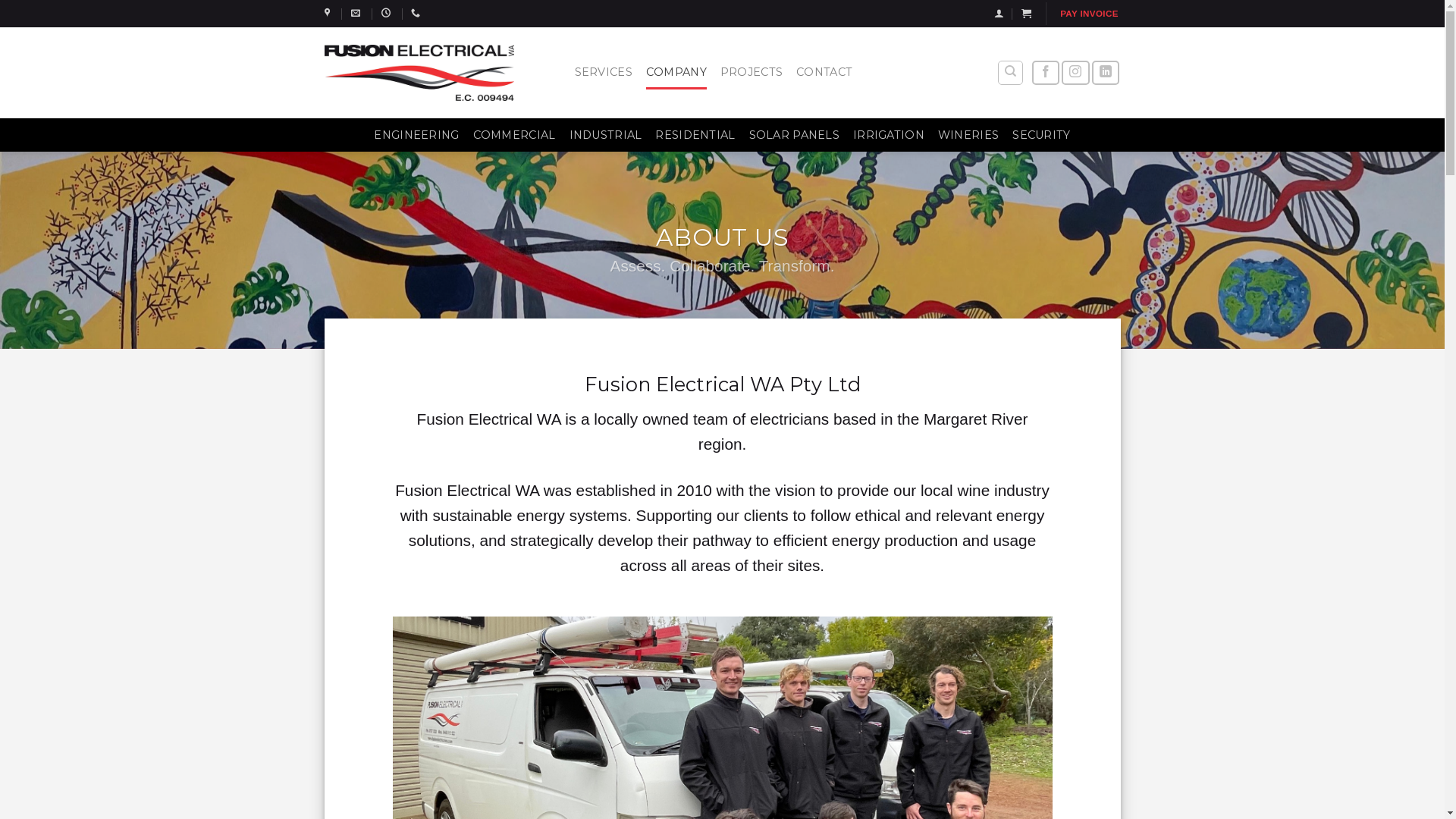  Describe the element at coordinates (356, 12) in the screenshot. I see `'works@fusionelectricalwa.com'` at that location.